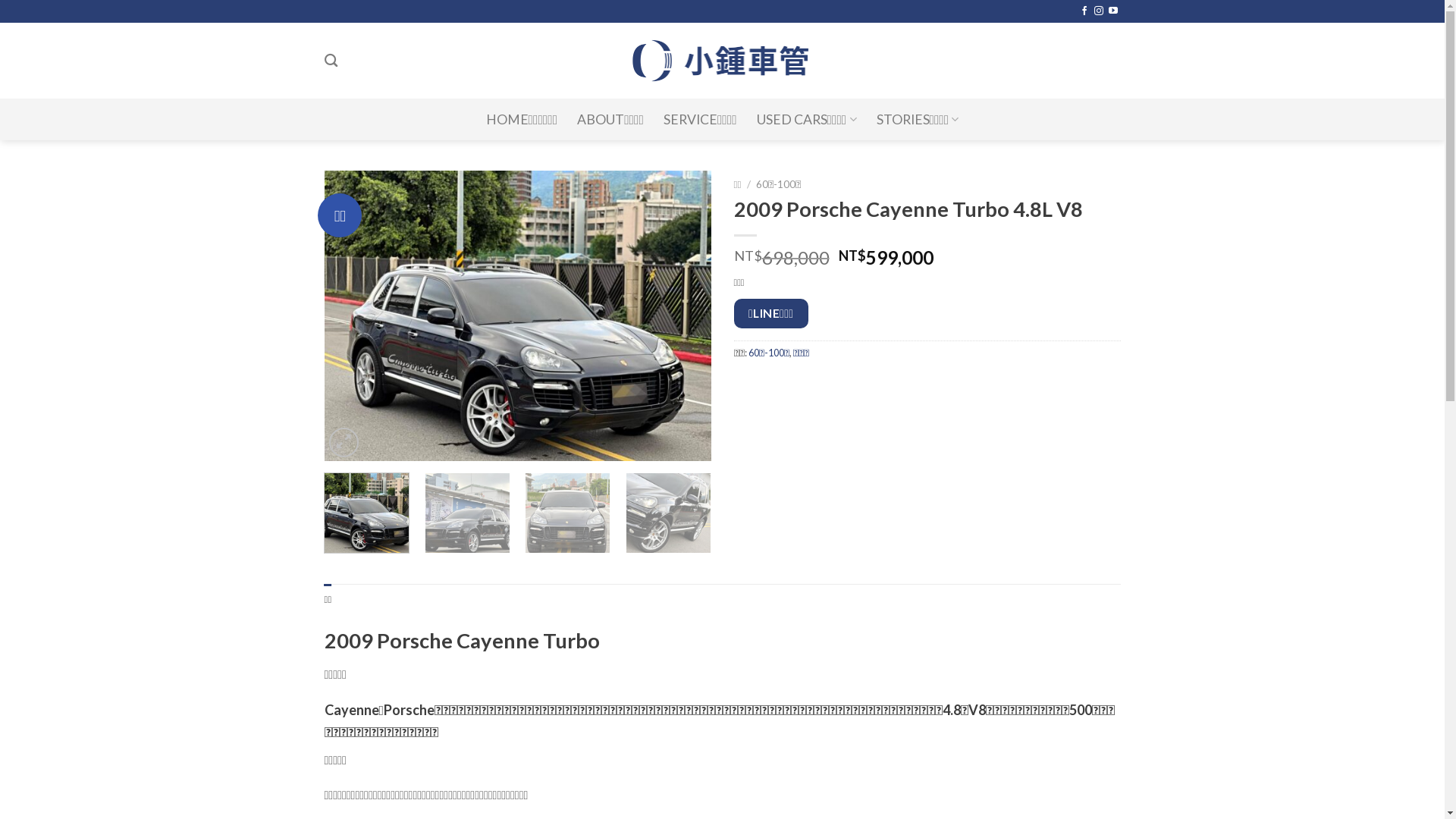 This screenshot has height=819, width=1456. Describe the element at coordinates (1109, 11) in the screenshot. I see `'Follow on YouTube'` at that location.